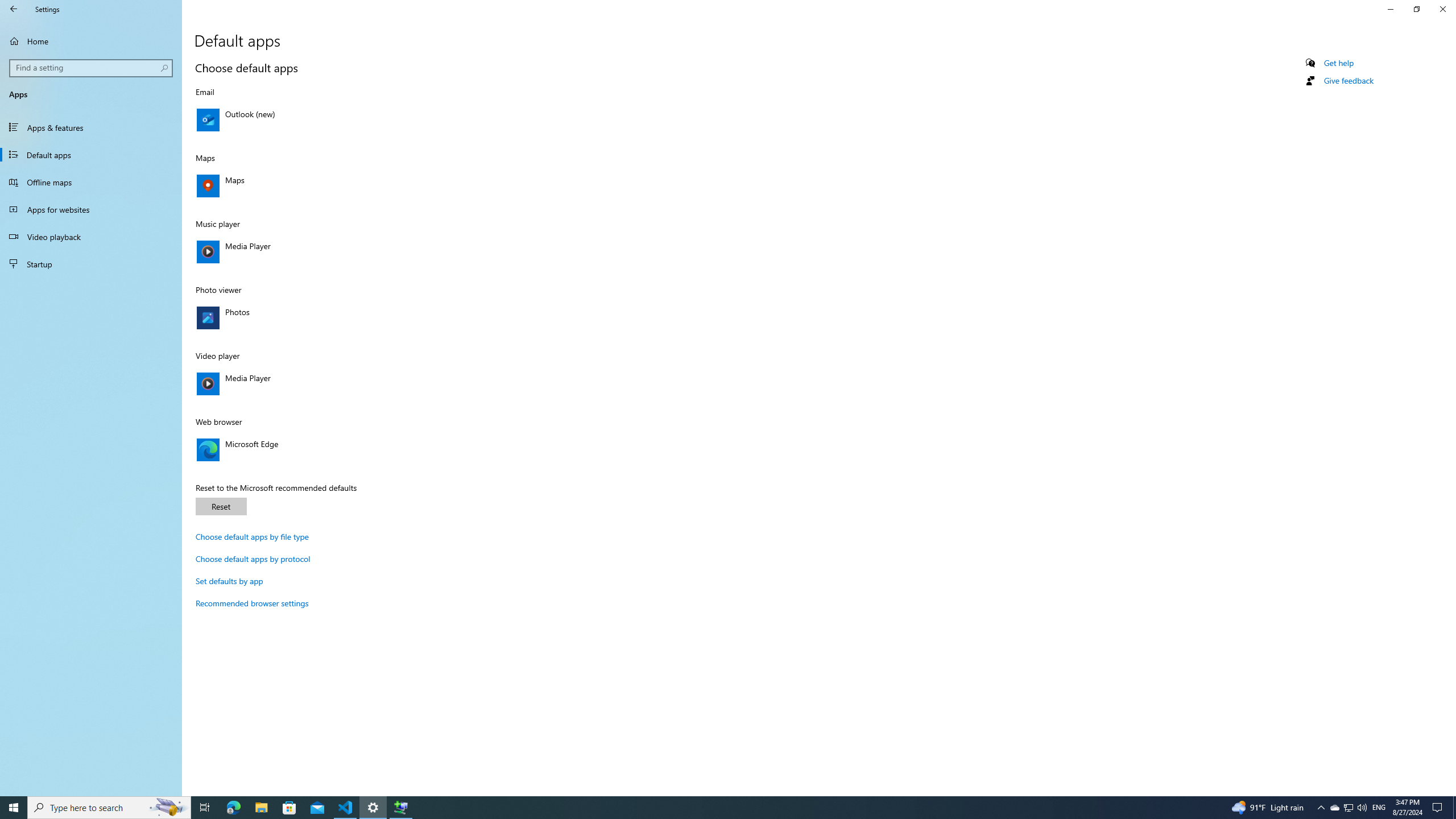  Describe the element at coordinates (251, 603) in the screenshot. I see `'Recommended browser settings'` at that location.